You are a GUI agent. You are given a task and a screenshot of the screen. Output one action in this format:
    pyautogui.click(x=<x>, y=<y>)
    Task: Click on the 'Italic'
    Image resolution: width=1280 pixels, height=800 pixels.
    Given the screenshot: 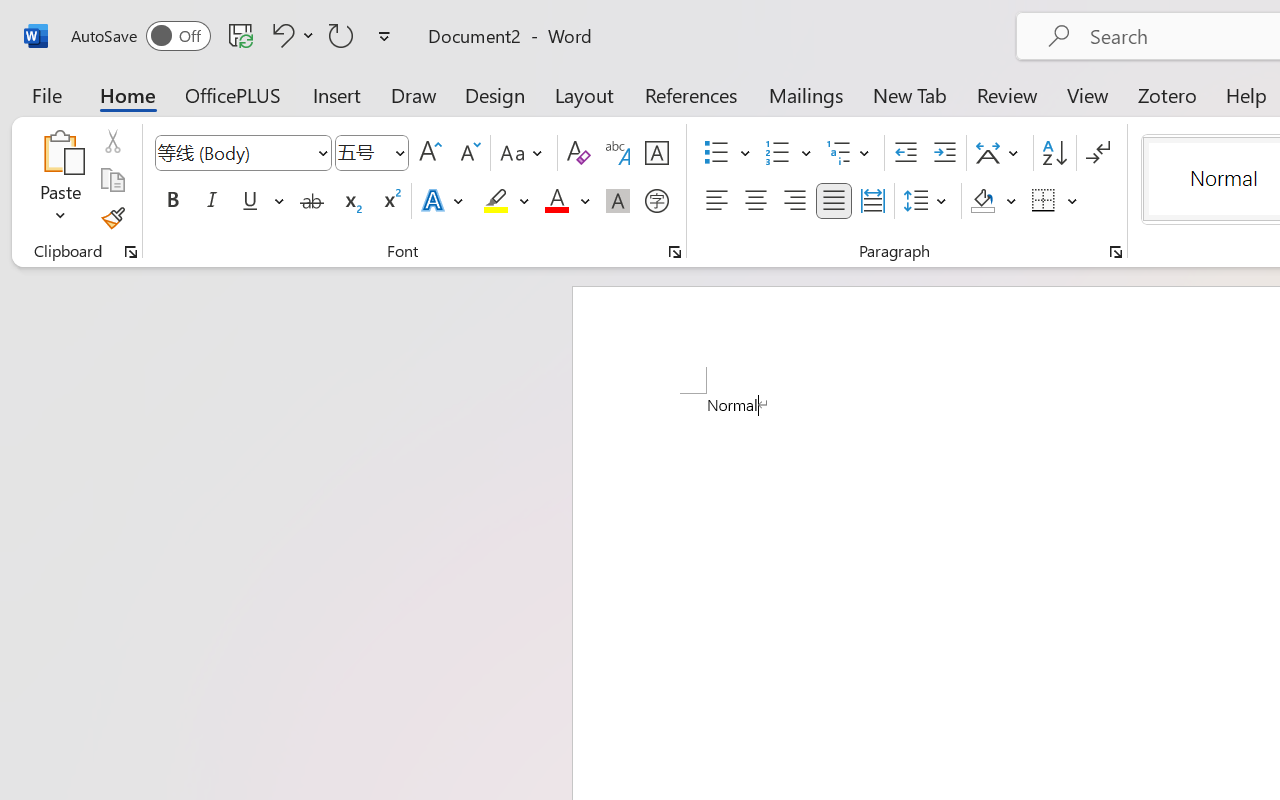 What is the action you would take?
    pyautogui.click(x=212, y=201)
    